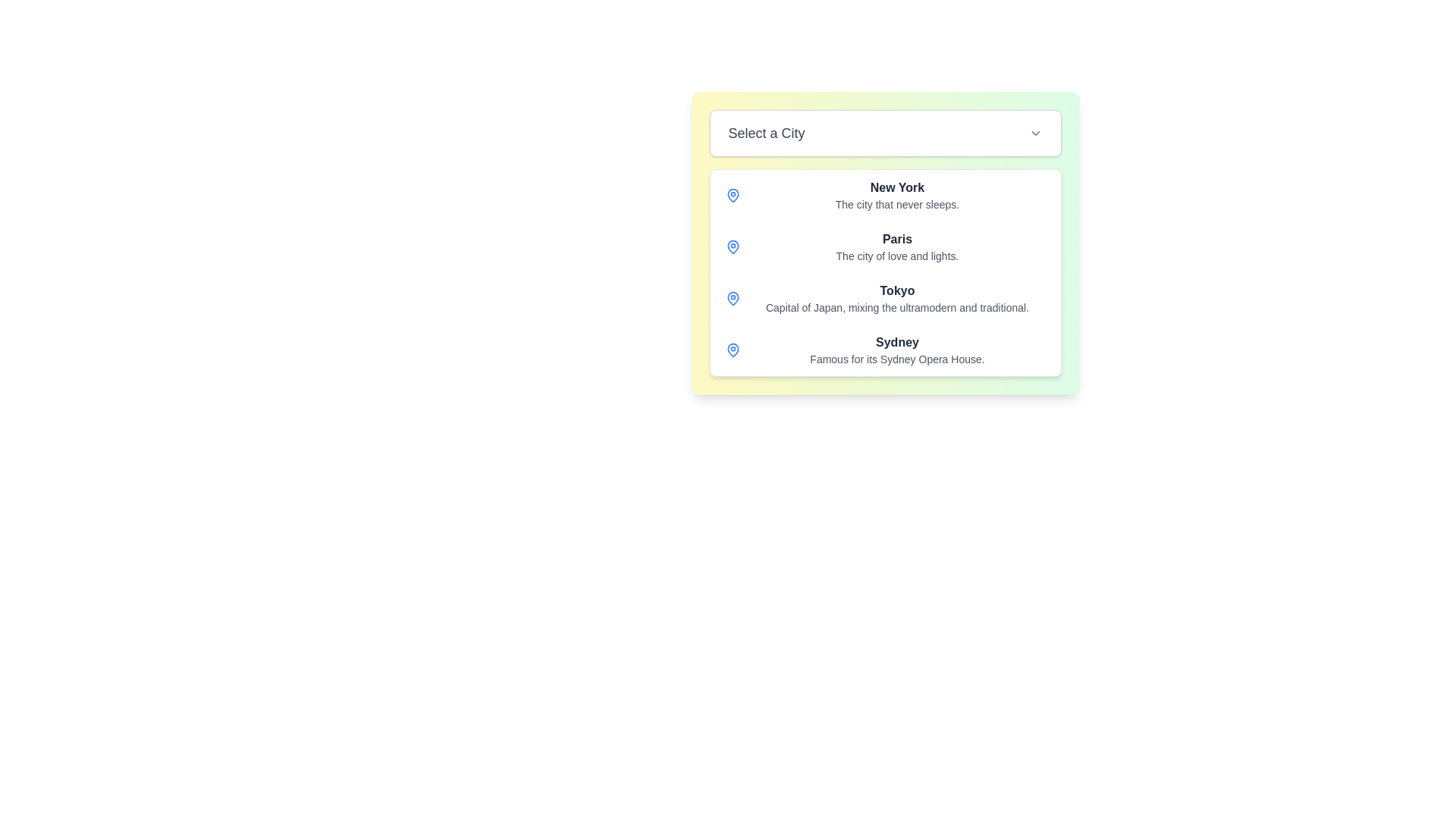 The height and width of the screenshot is (819, 1456). Describe the element at coordinates (897, 256) in the screenshot. I see `the text label that provides descriptive information about the city 'Paris', located directly under the bolded 'Paris' label in the dropdown menu` at that location.